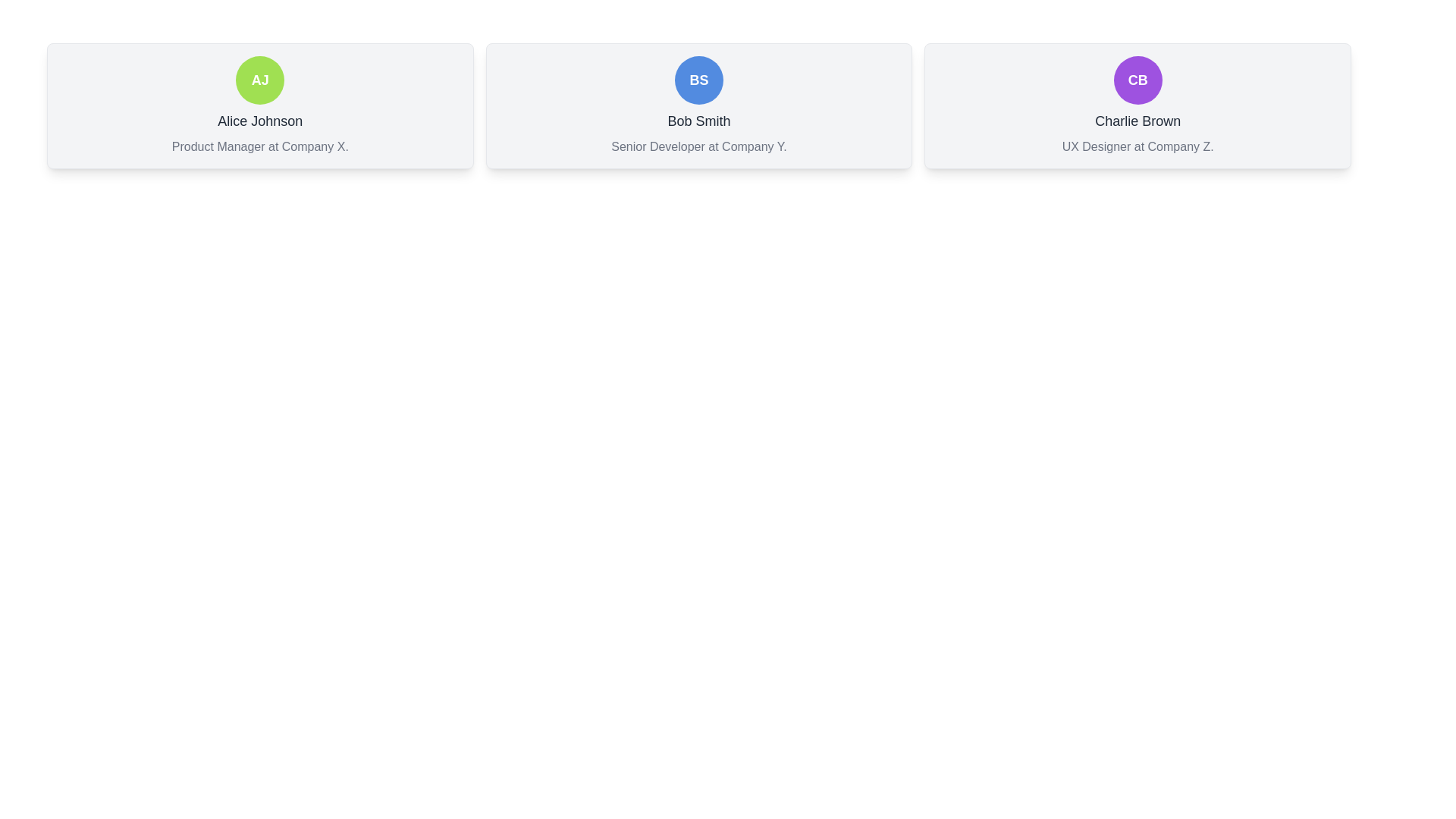 This screenshot has height=819, width=1456. Describe the element at coordinates (1137, 80) in the screenshot. I see `the Avatar or Profile Icon representing the user 'Charlie Brown' located at the top of a card in the rightmost column of the layout` at that location.